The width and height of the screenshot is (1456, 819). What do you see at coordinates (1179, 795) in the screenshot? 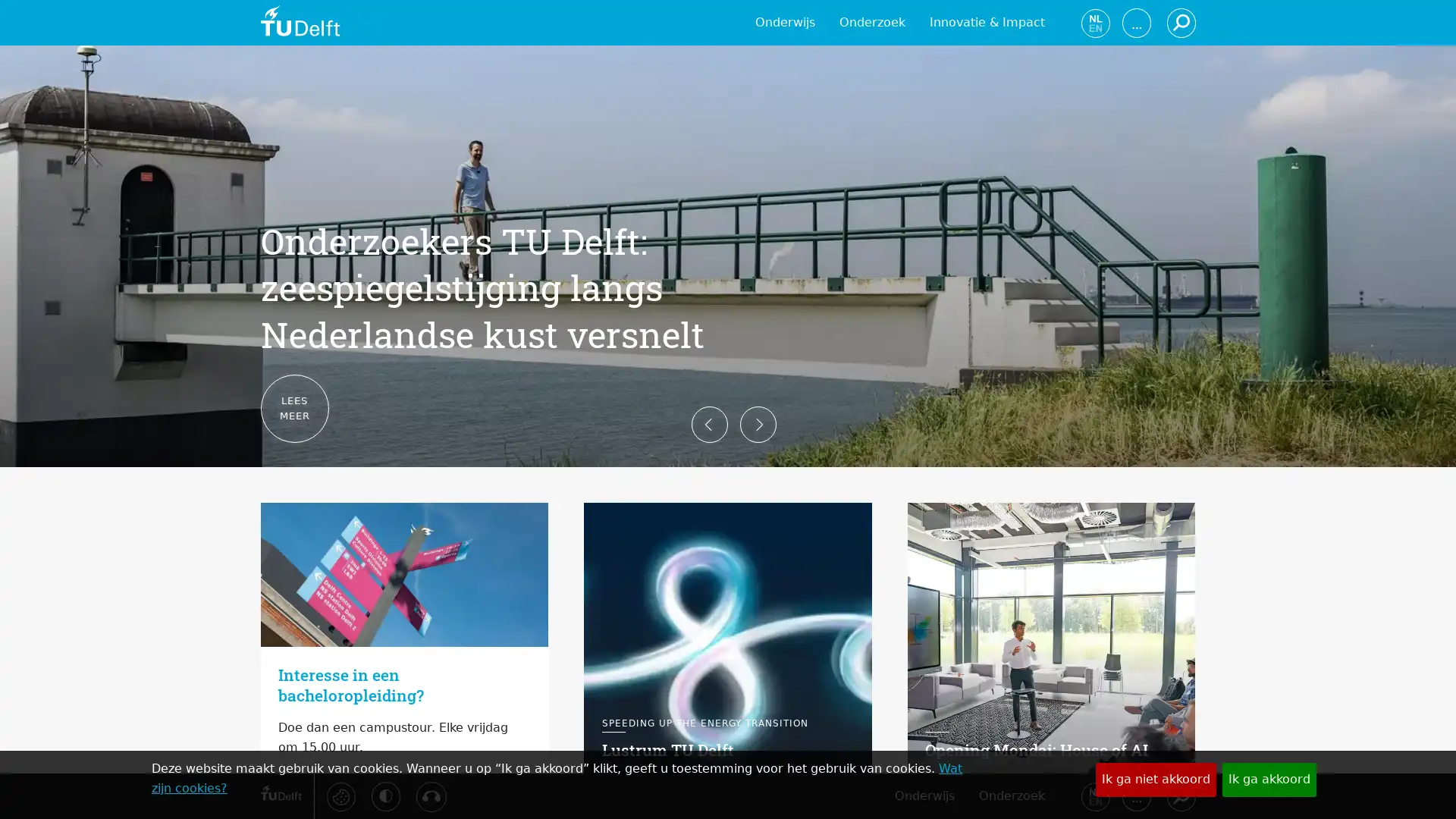
I see `Zoeken` at bounding box center [1179, 795].